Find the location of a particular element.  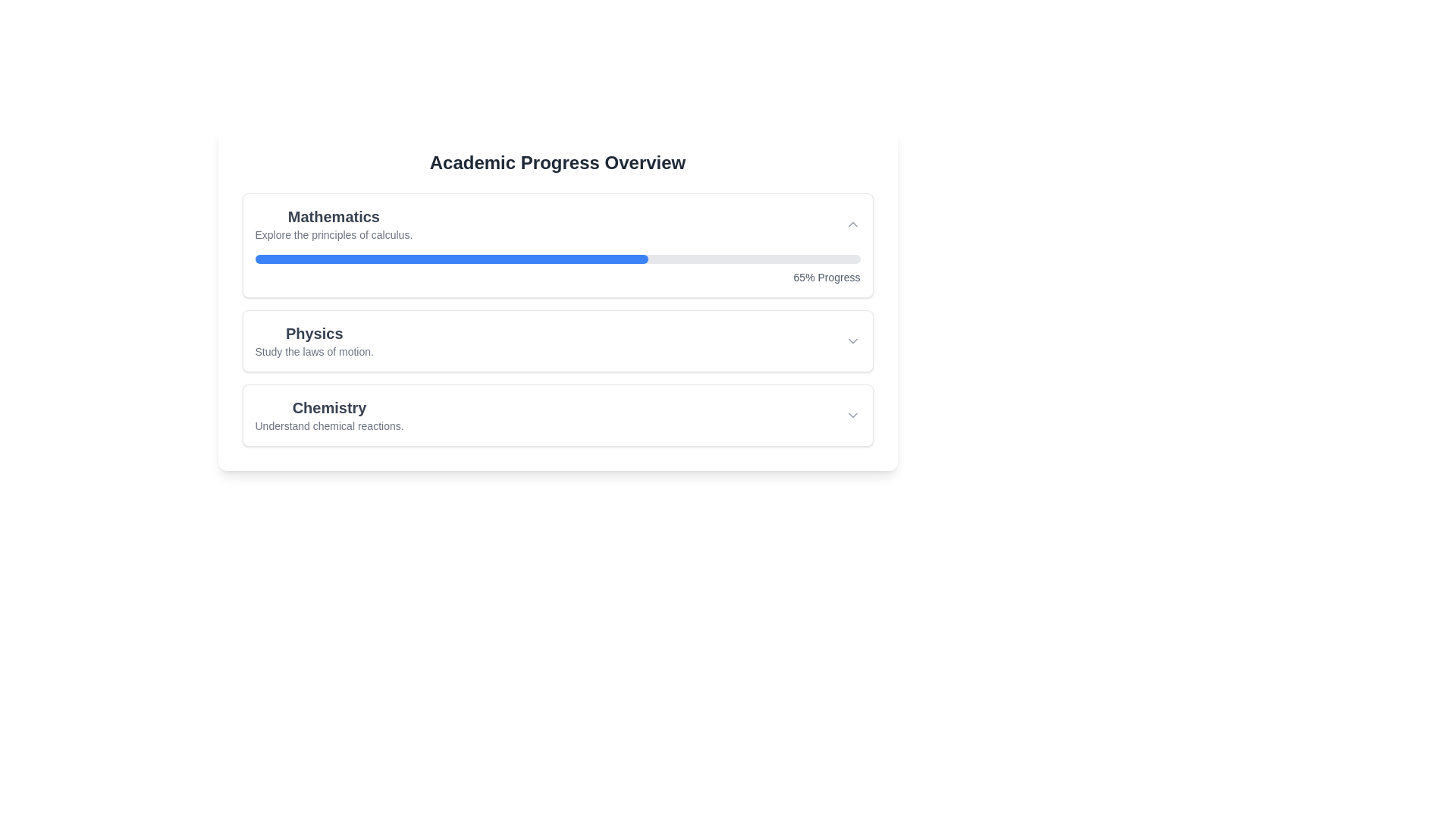

the Label or Heading located at the top of the first card in the 'Academic Progress Overview', which indicates the subject of the content below it is located at coordinates (333, 216).